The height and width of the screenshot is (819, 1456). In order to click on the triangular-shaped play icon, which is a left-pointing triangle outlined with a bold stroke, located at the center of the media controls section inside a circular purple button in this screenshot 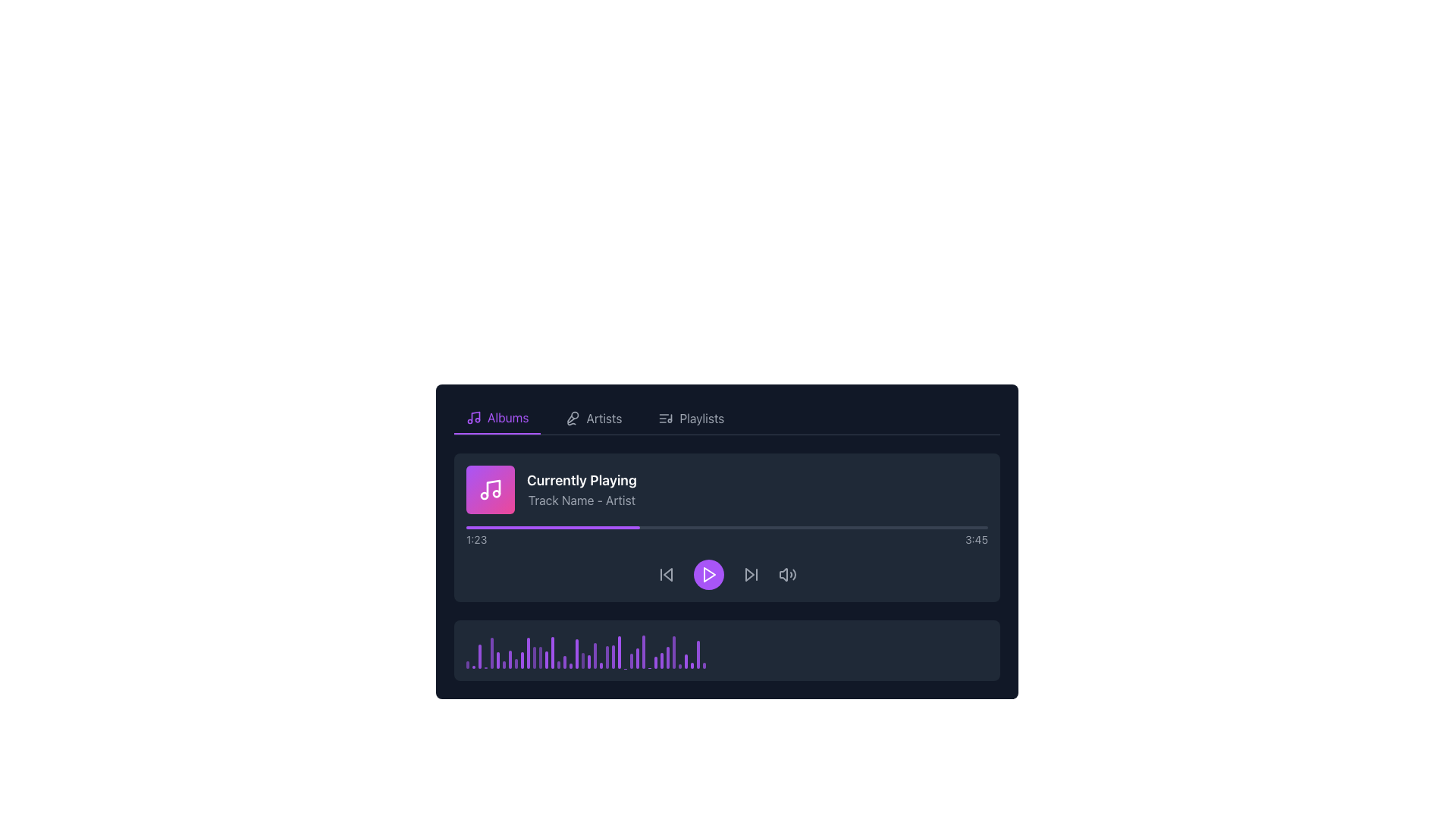, I will do `click(709, 575)`.